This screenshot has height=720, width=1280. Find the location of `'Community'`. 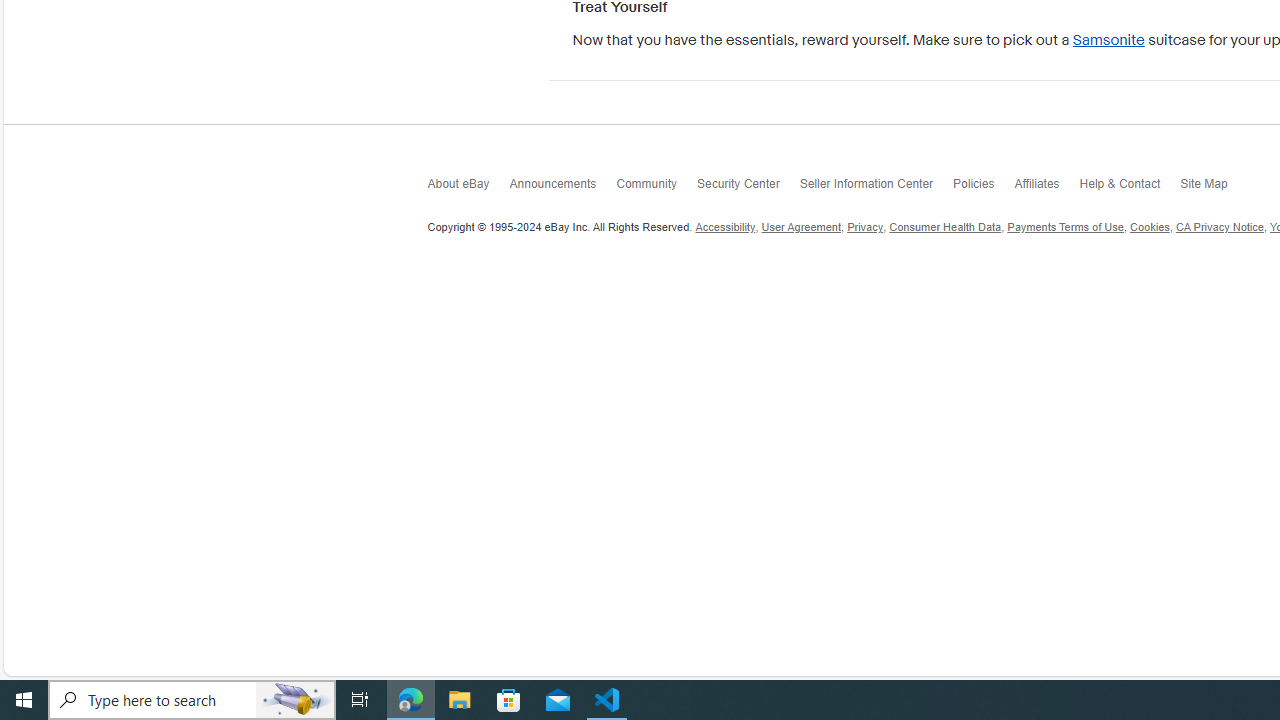

'Community' is located at coordinates (656, 189).